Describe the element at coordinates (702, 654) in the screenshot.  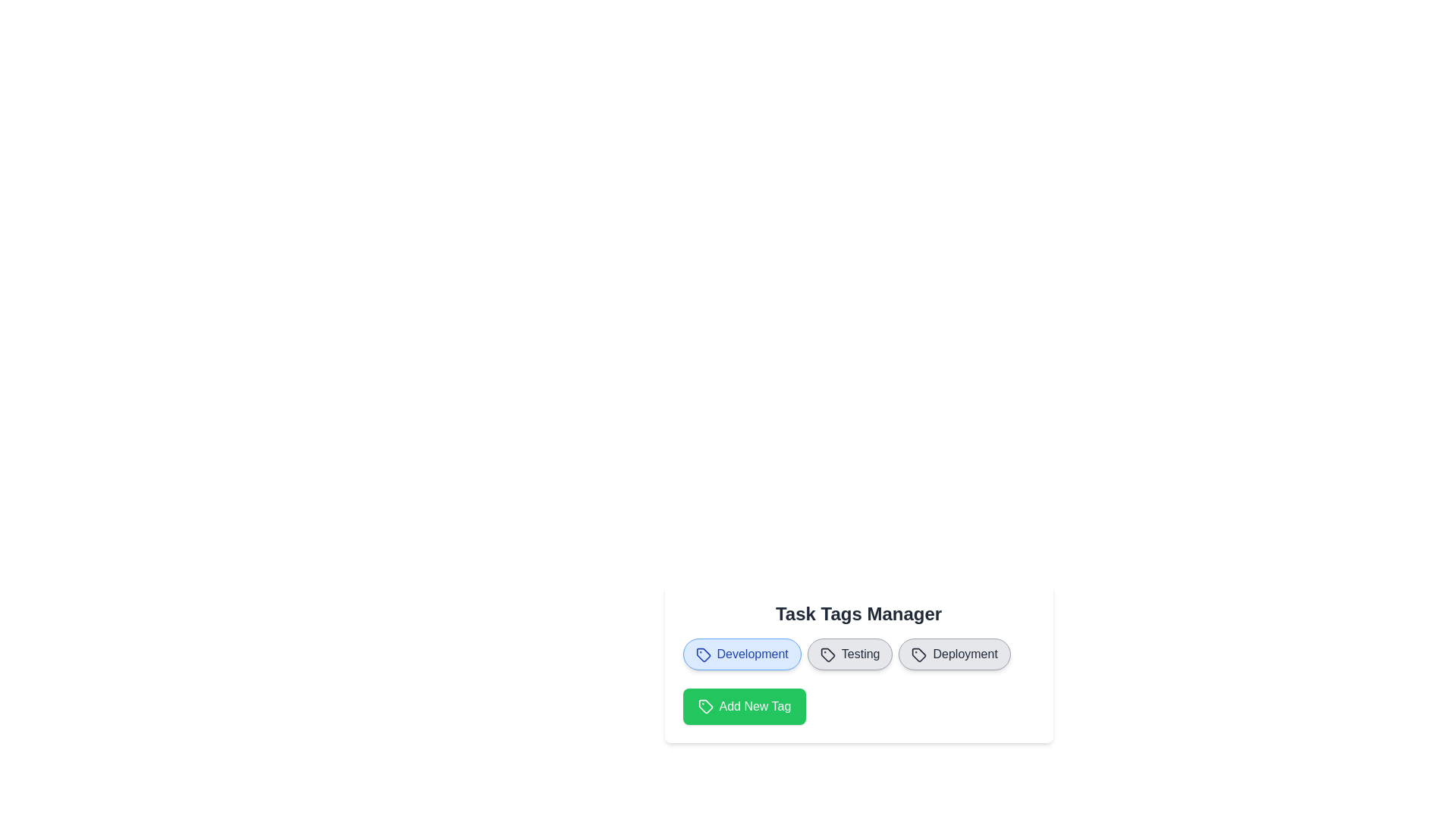
I see `the narrow elongated blue stroke tag icon located to the left of the 'Development' button in the 'Task Tags Manager' section` at that location.